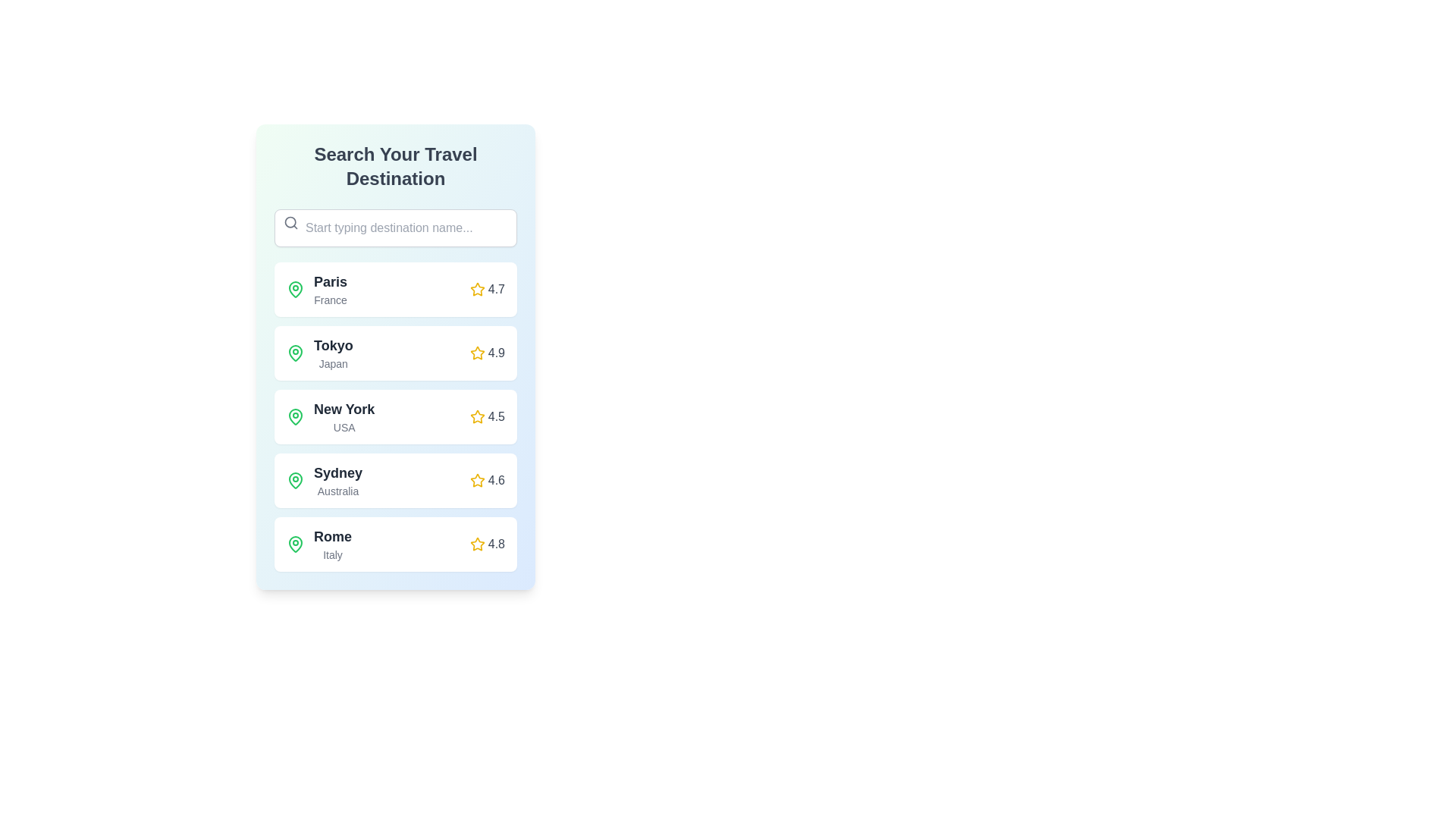 The height and width of the screenshot is (819, 1456). I want to click on the text label 'Sydney' which is prominently displayed in dark gray within a vertical list of cities on an information card, so click(337, 472).